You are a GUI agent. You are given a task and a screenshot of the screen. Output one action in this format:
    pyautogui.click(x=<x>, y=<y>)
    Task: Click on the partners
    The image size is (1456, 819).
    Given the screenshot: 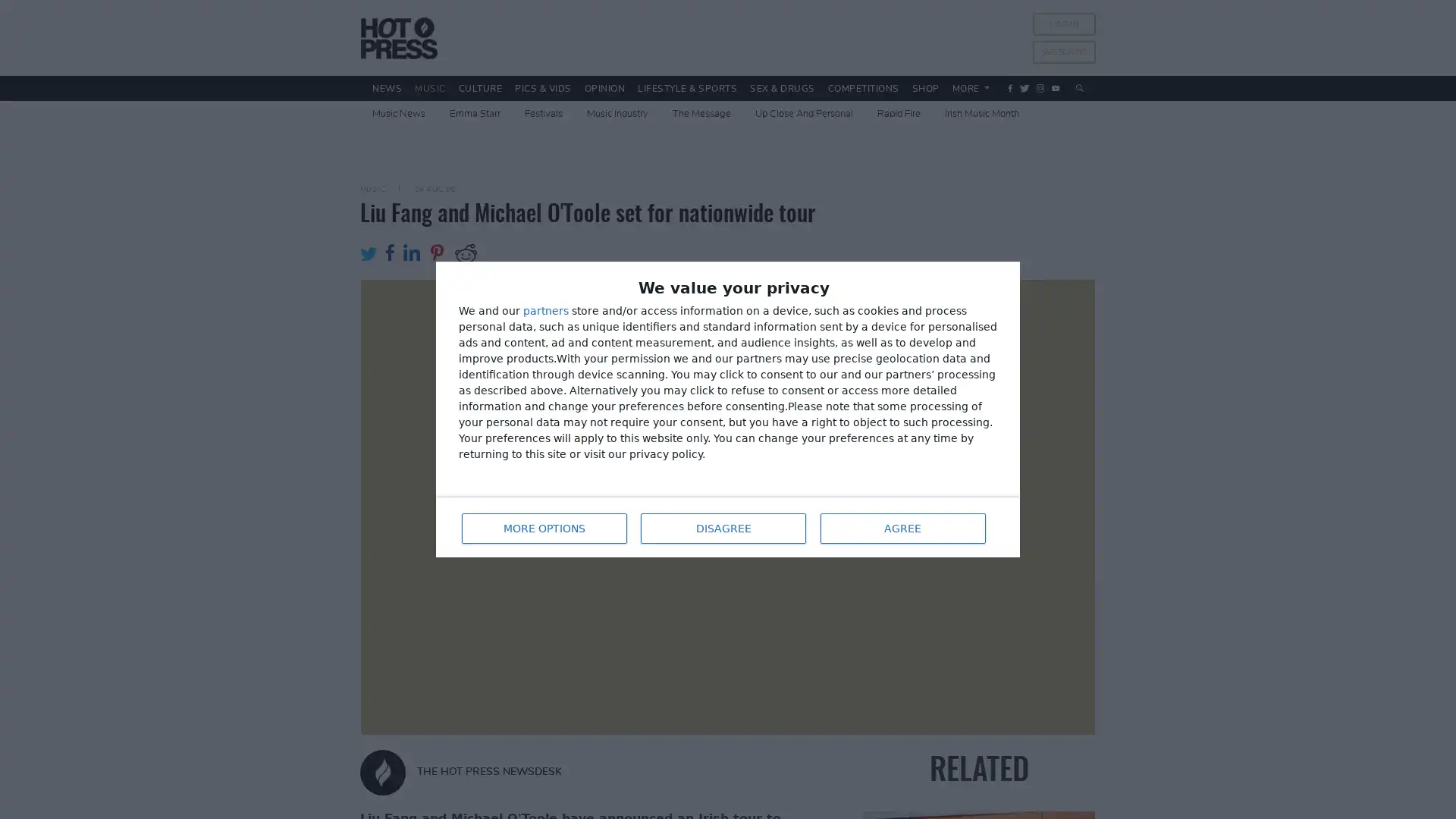 What is the action you would take?
    pyautogui.click(x=546, y=311)
    